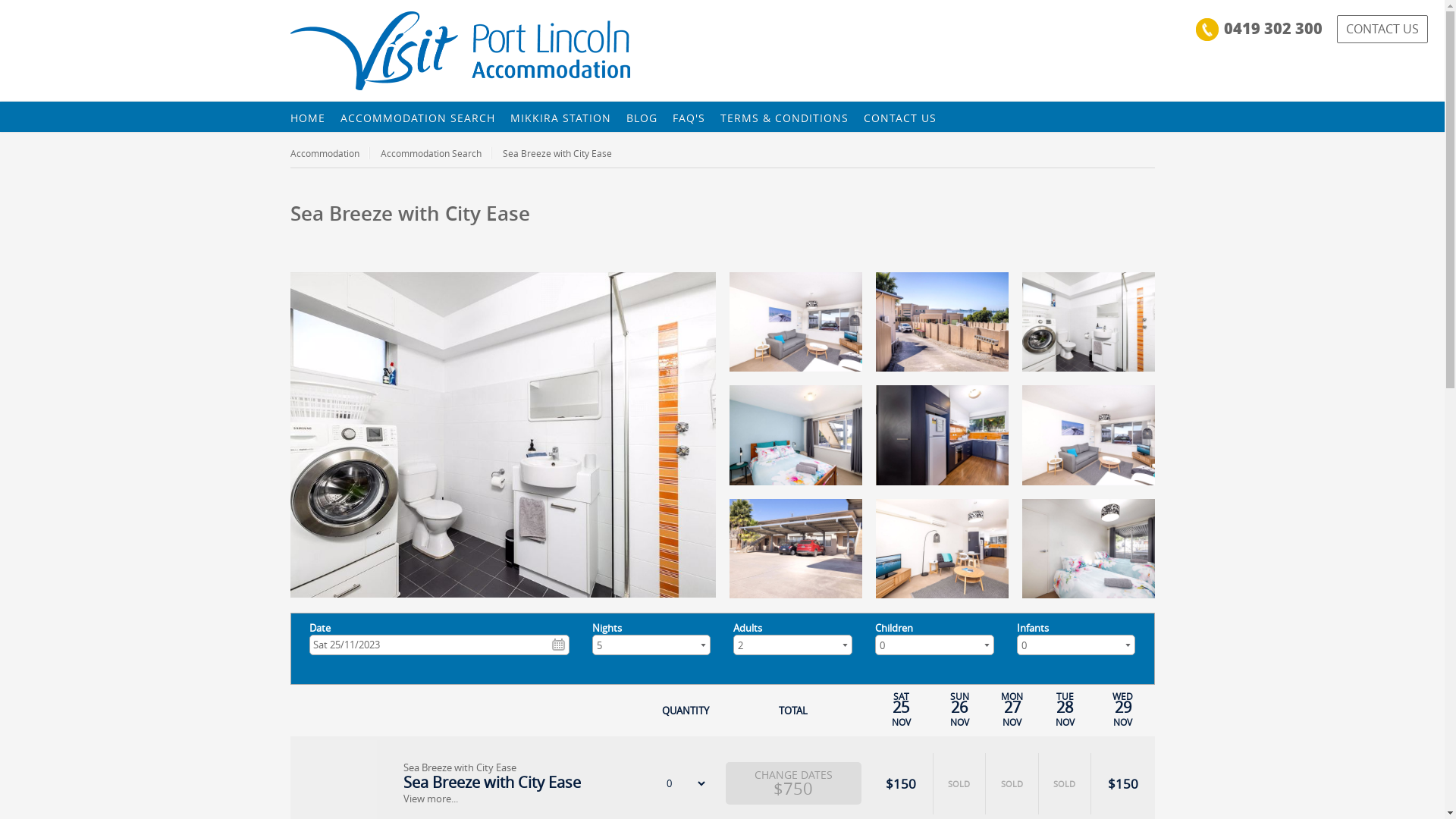  What do you see at coordinates (642, 117) in the screenshot?
I see `'BLOG'` at bounding box center [642, 117].